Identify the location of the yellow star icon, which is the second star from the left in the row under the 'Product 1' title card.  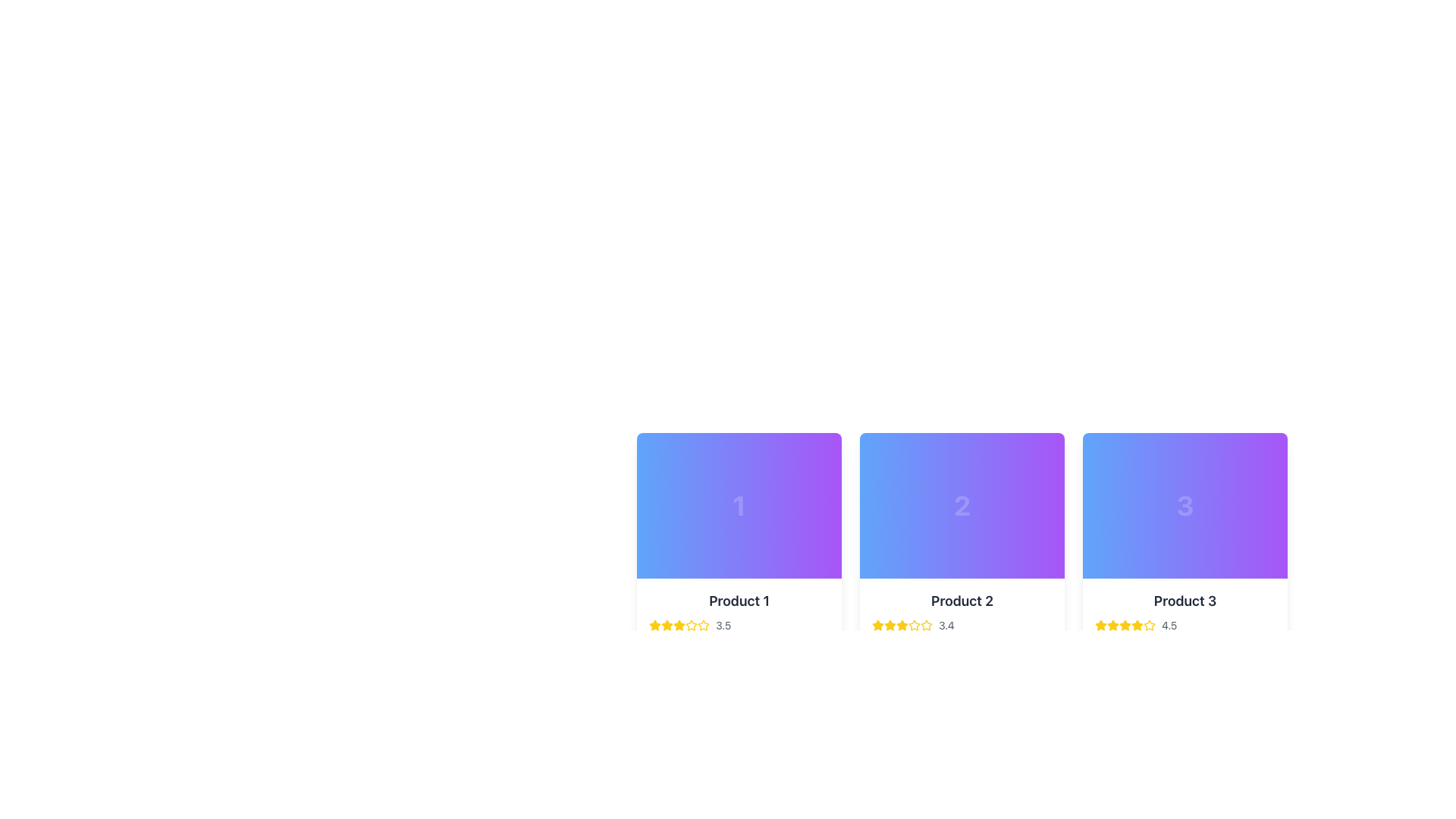
(667, 626).